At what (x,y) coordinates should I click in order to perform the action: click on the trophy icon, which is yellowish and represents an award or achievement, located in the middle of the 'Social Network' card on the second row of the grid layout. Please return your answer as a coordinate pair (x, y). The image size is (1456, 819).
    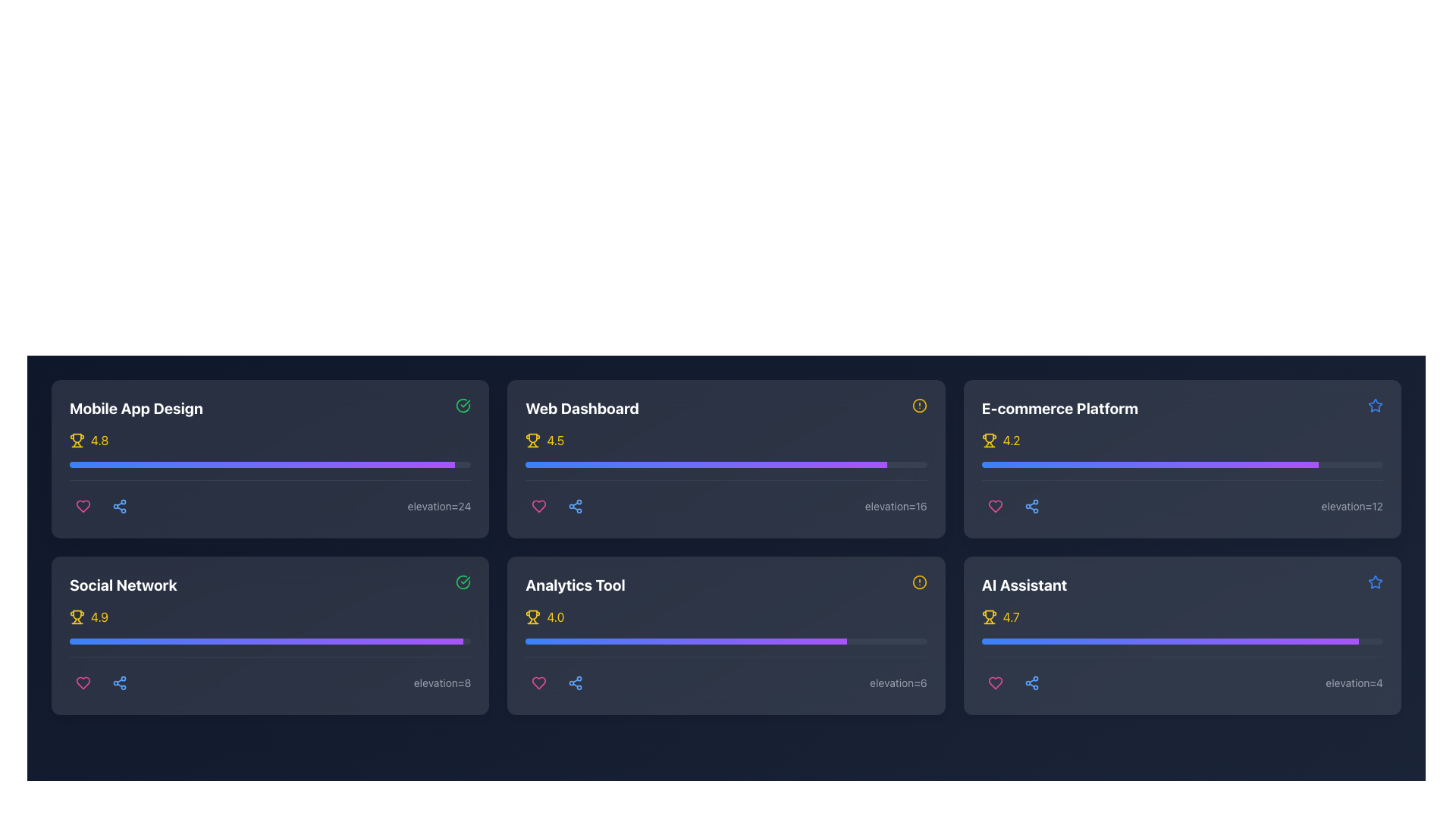
    Looking at the image, I should click on (76, 614).